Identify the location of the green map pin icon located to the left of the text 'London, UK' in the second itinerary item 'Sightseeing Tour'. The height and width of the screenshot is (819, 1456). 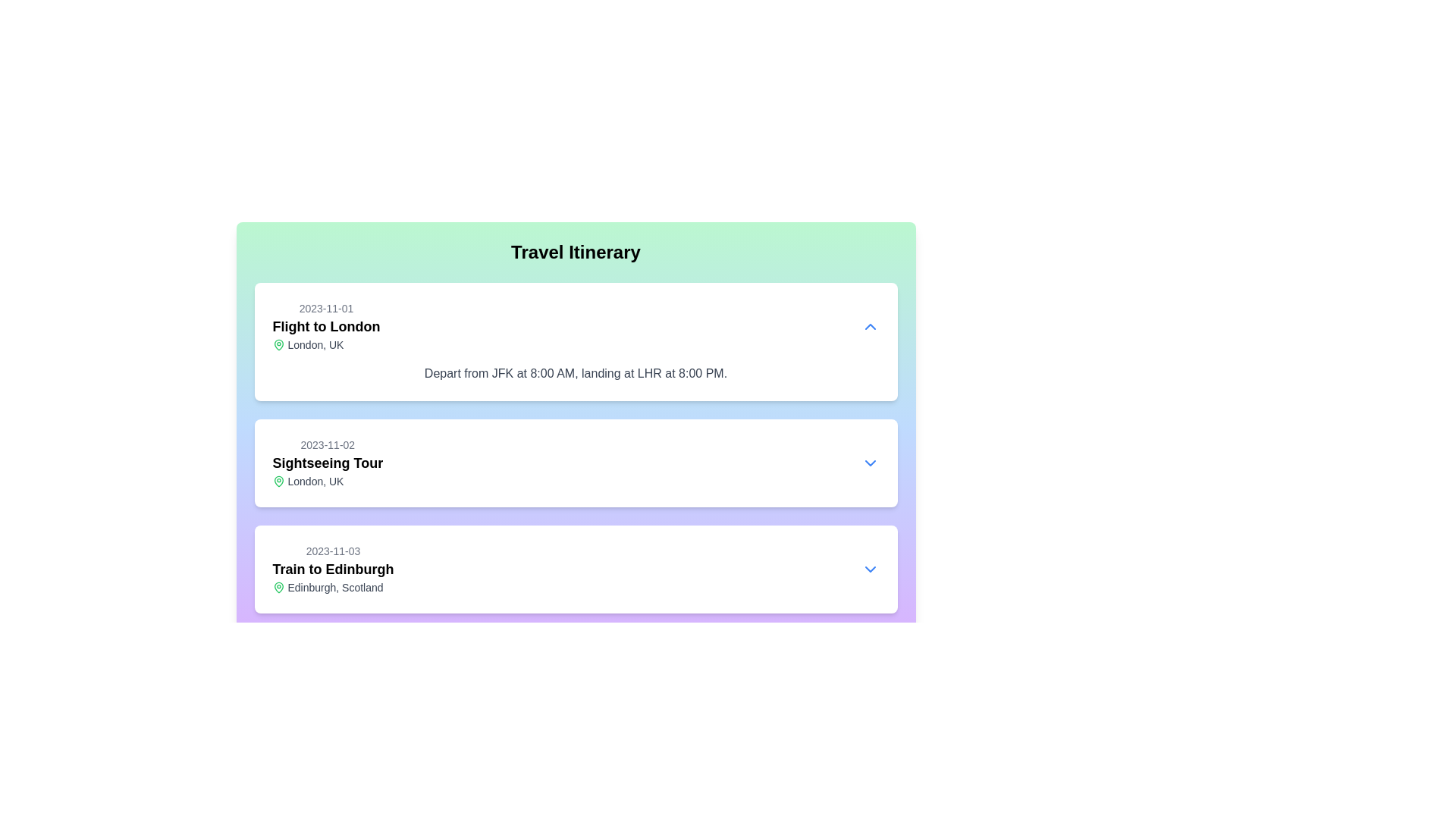
(278, 482).